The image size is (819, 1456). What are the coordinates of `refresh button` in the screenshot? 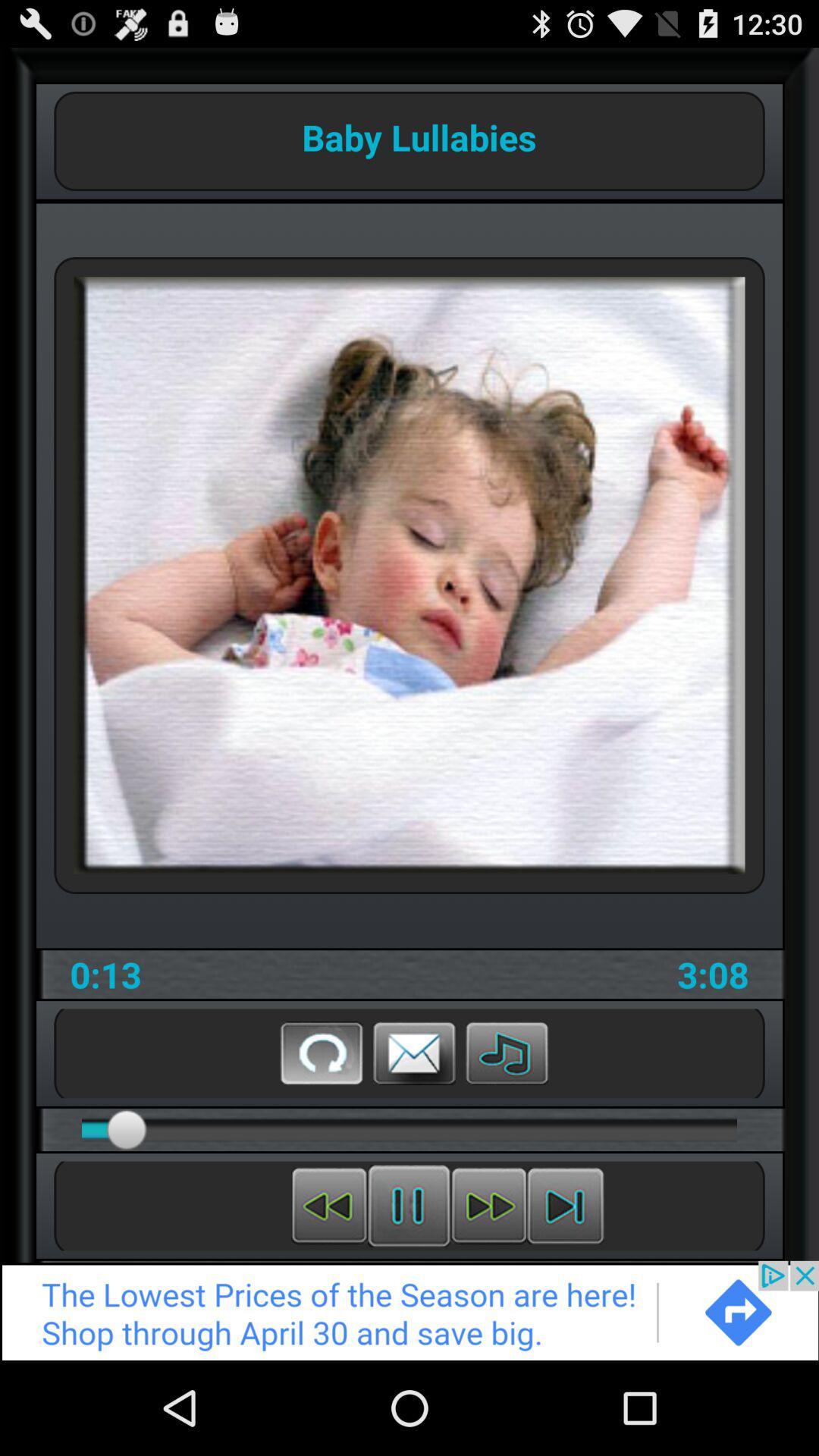 It's located at (321, 1052).